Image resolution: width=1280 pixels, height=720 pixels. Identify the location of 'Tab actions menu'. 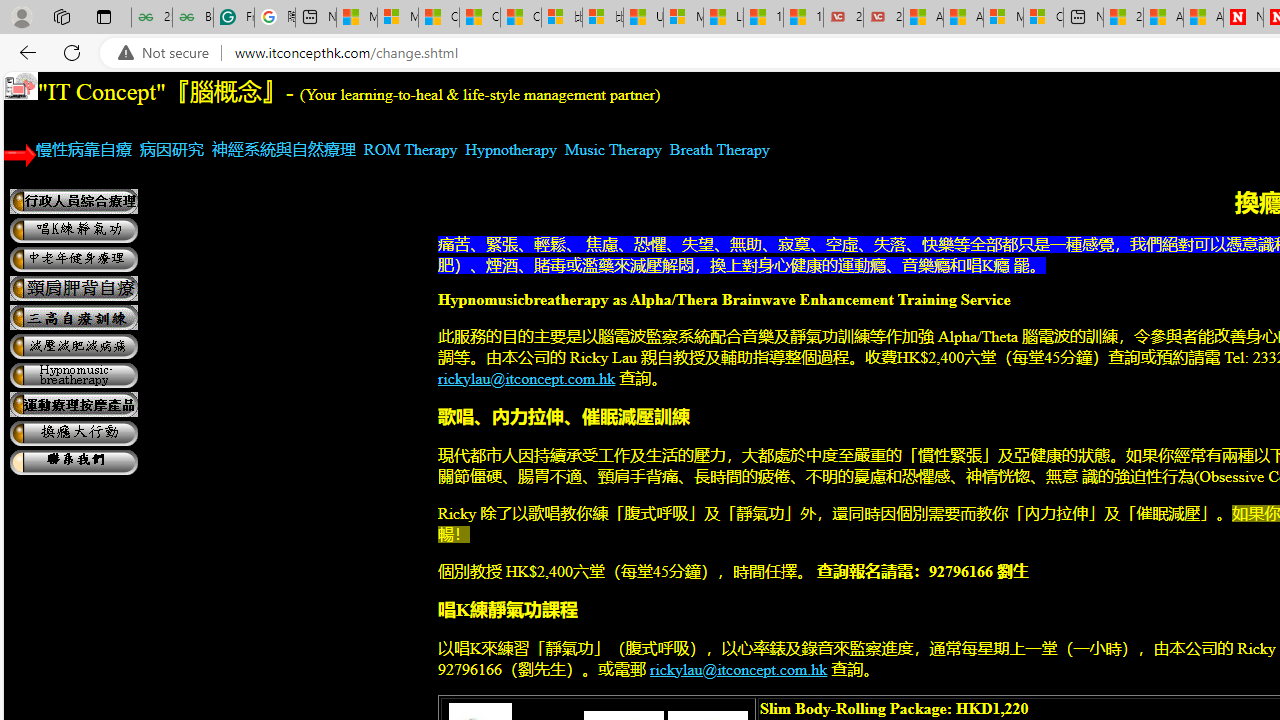
(103, 16).